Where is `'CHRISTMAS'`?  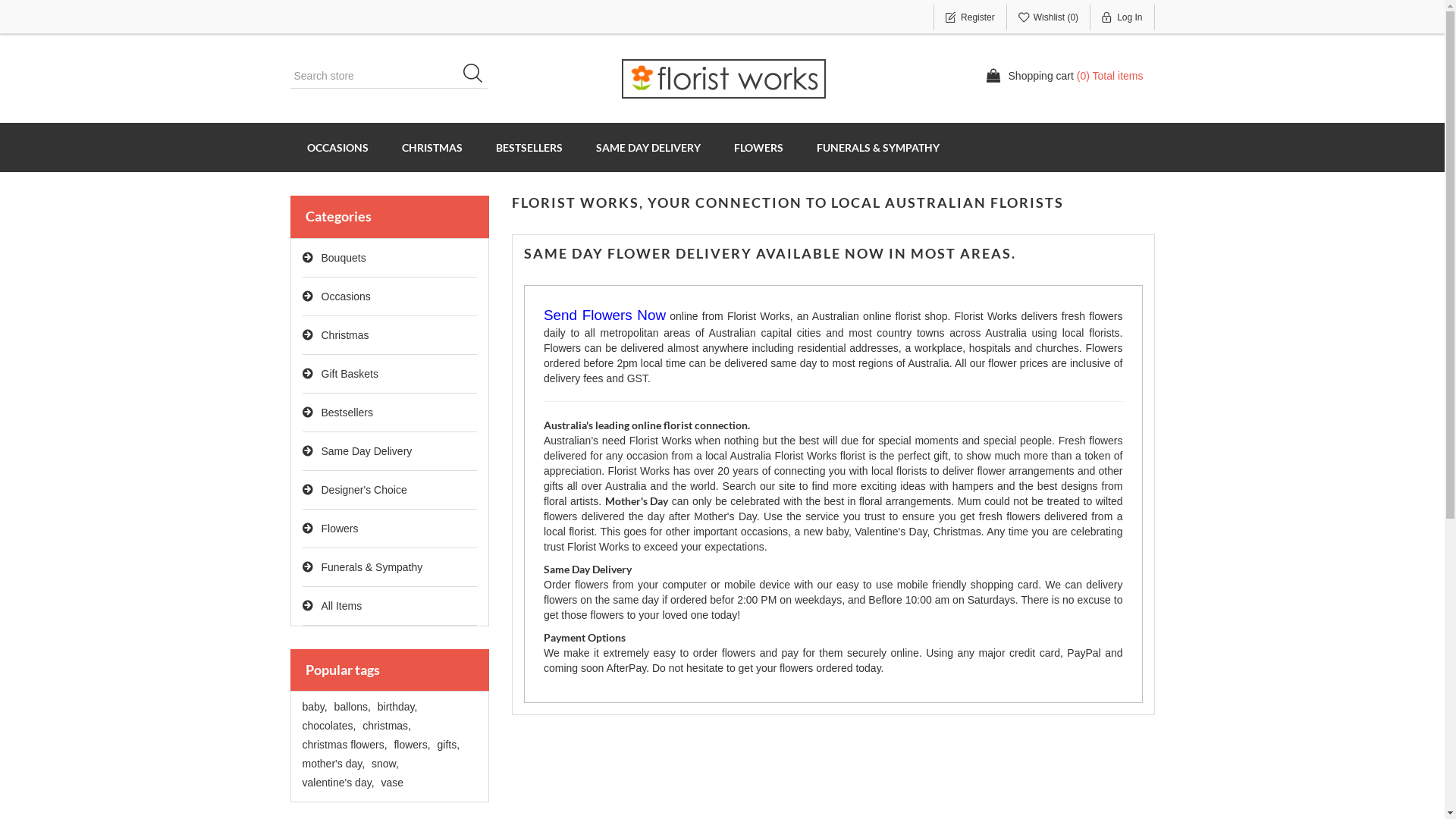 'CHRISTMAS' is located at coordinates (385, 147).